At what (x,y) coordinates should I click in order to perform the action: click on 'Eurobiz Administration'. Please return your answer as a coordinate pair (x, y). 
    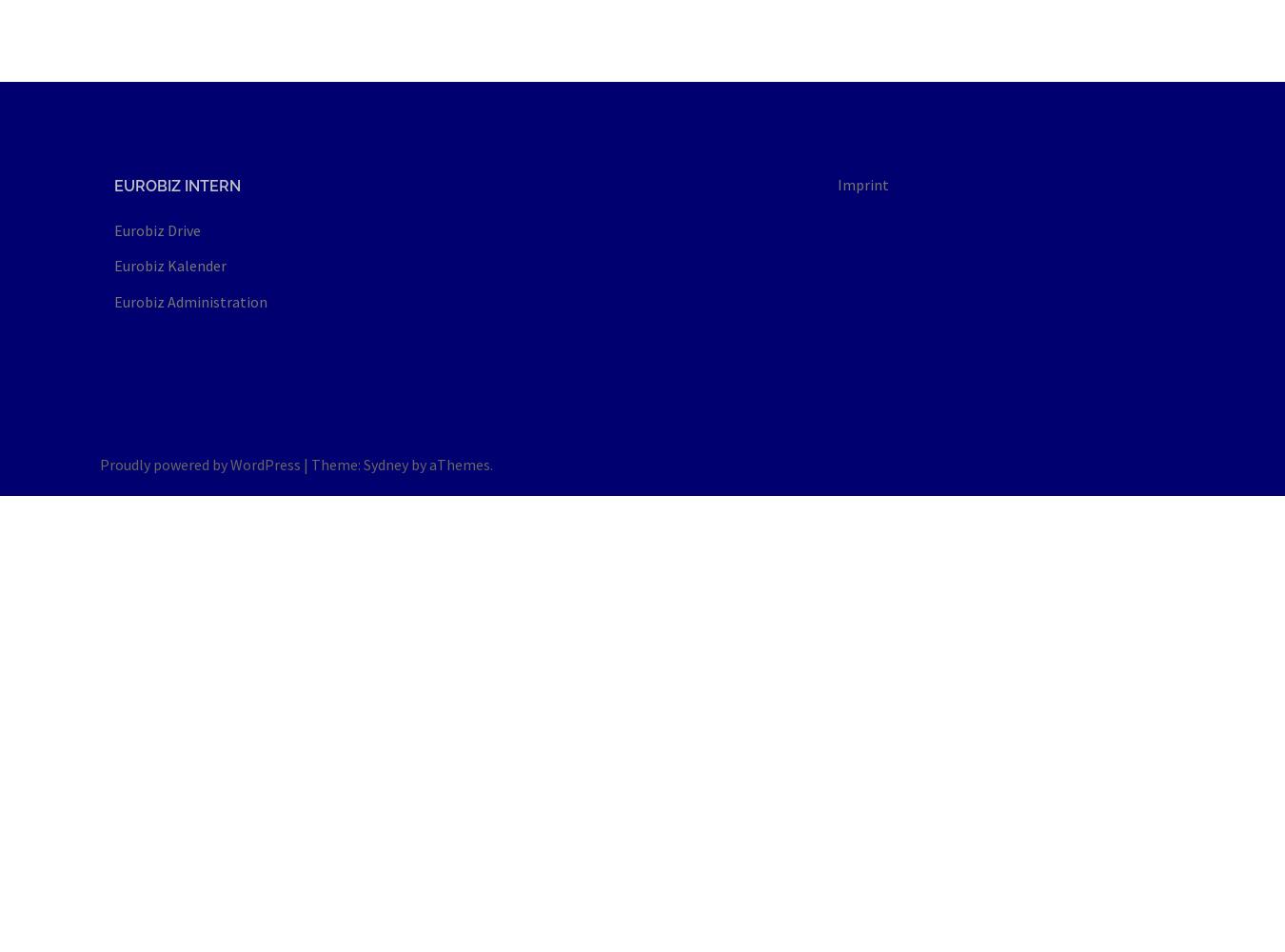
    Looking at the image, I should click on (190, 300).